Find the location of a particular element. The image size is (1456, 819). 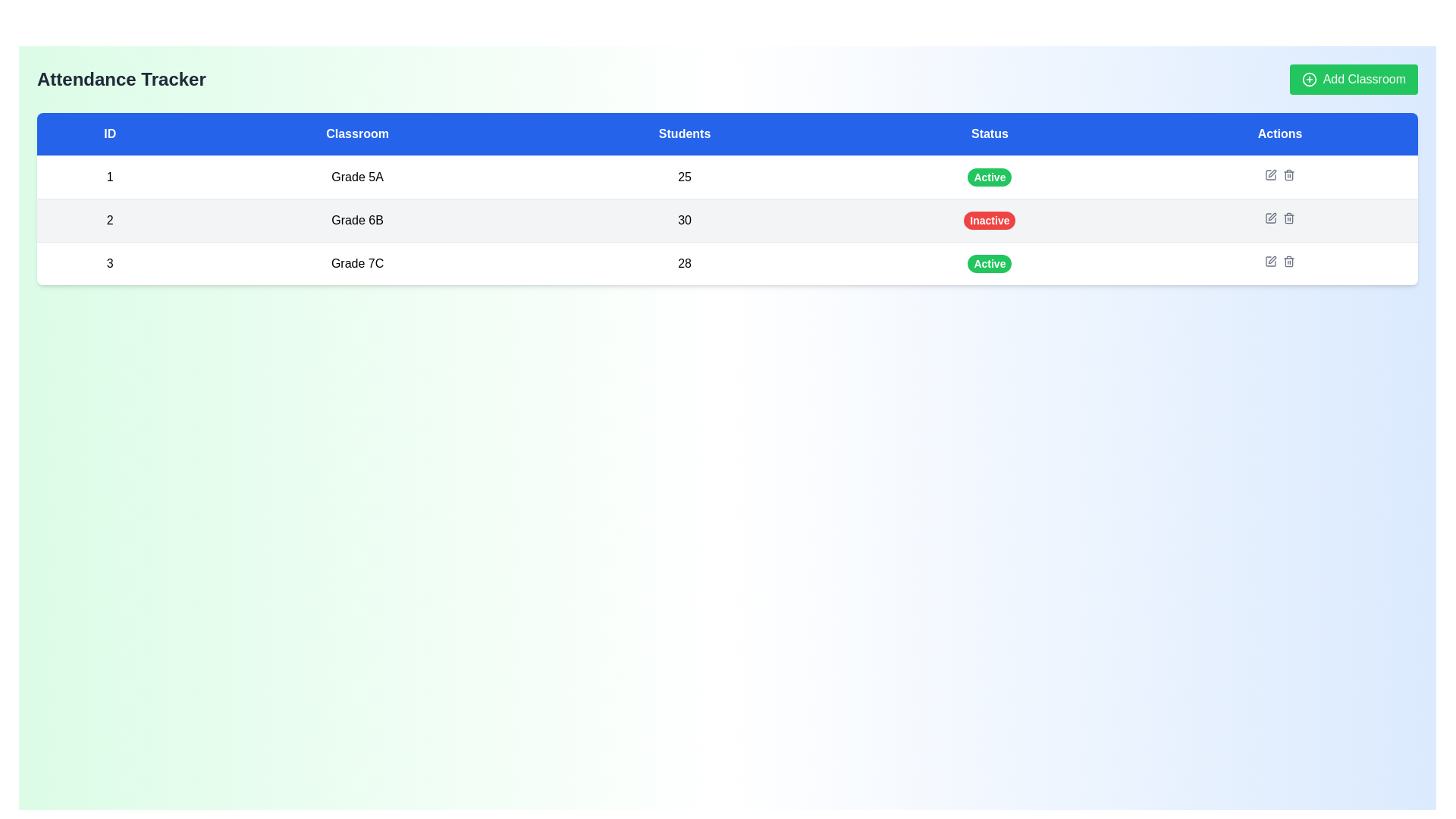

the static table cell displaying the student count for 'Grade 5A' is located at coordinates (684, 177).